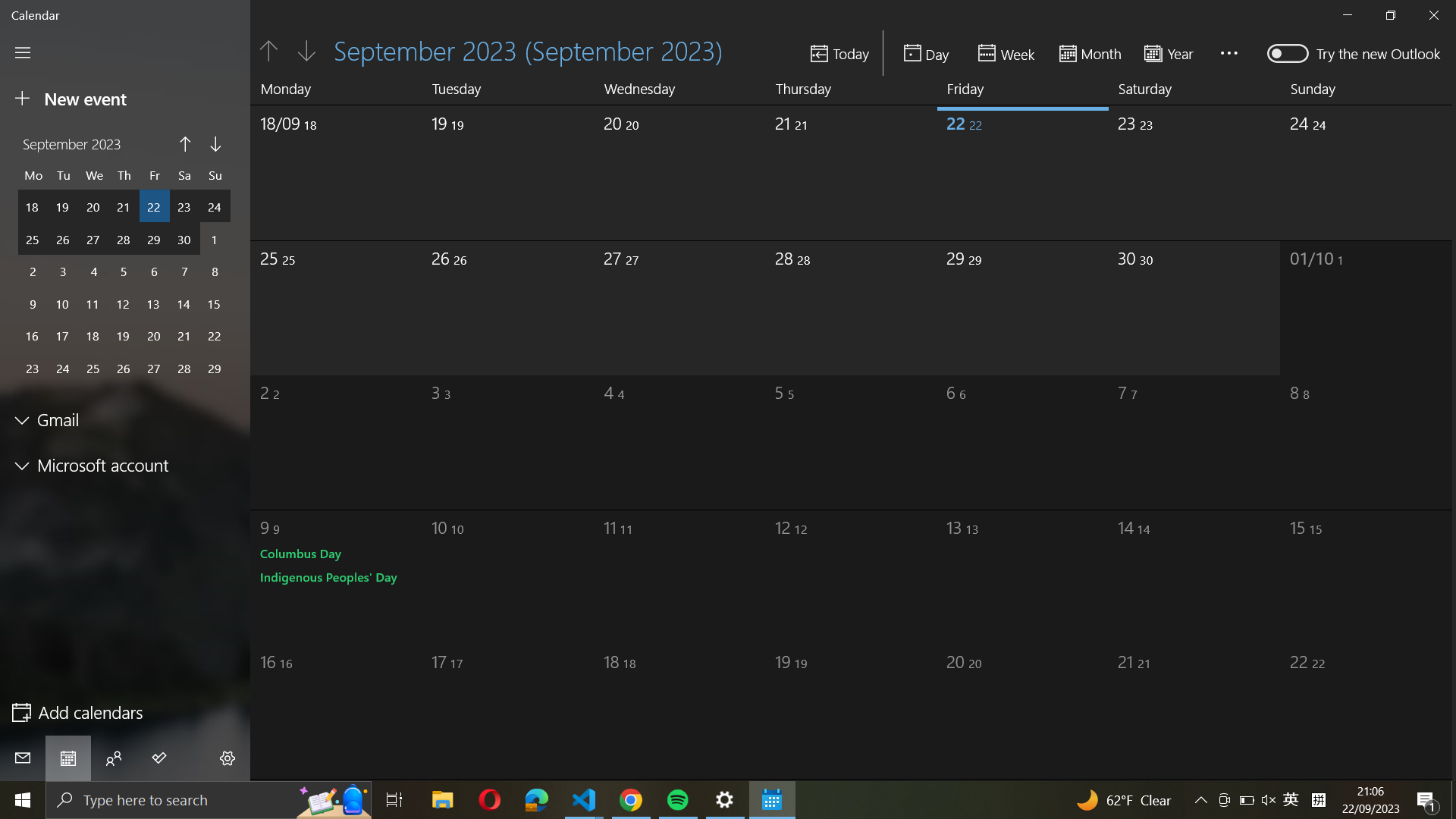  Describe the element at coordinates (23, 52) in the screenshot. I see `Pull up the sidebar` at that location.